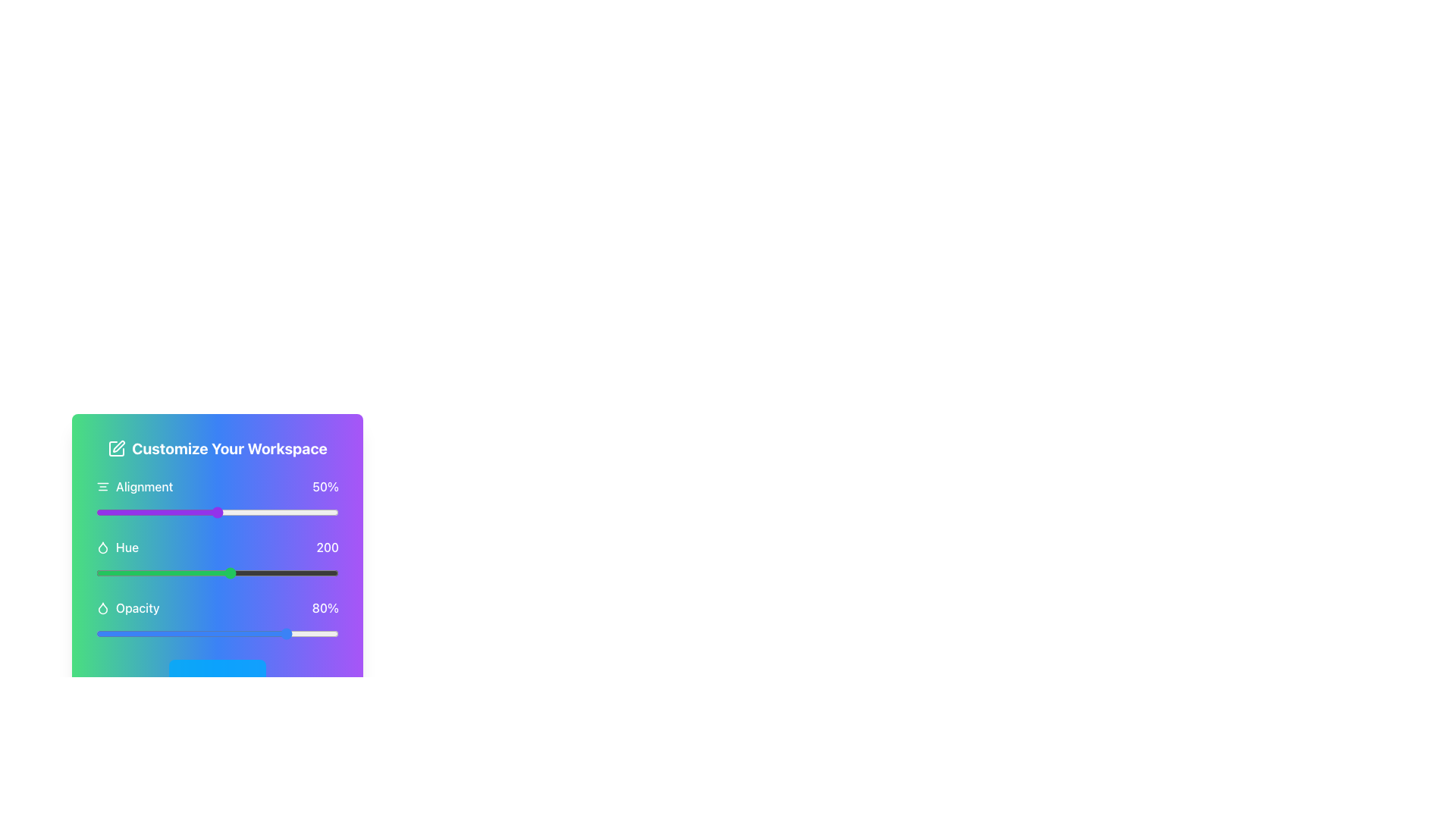  I want to click on the water droplet icon, which is outlined in dark gray and positioned next to the label 'Hue', so click(102, 547).